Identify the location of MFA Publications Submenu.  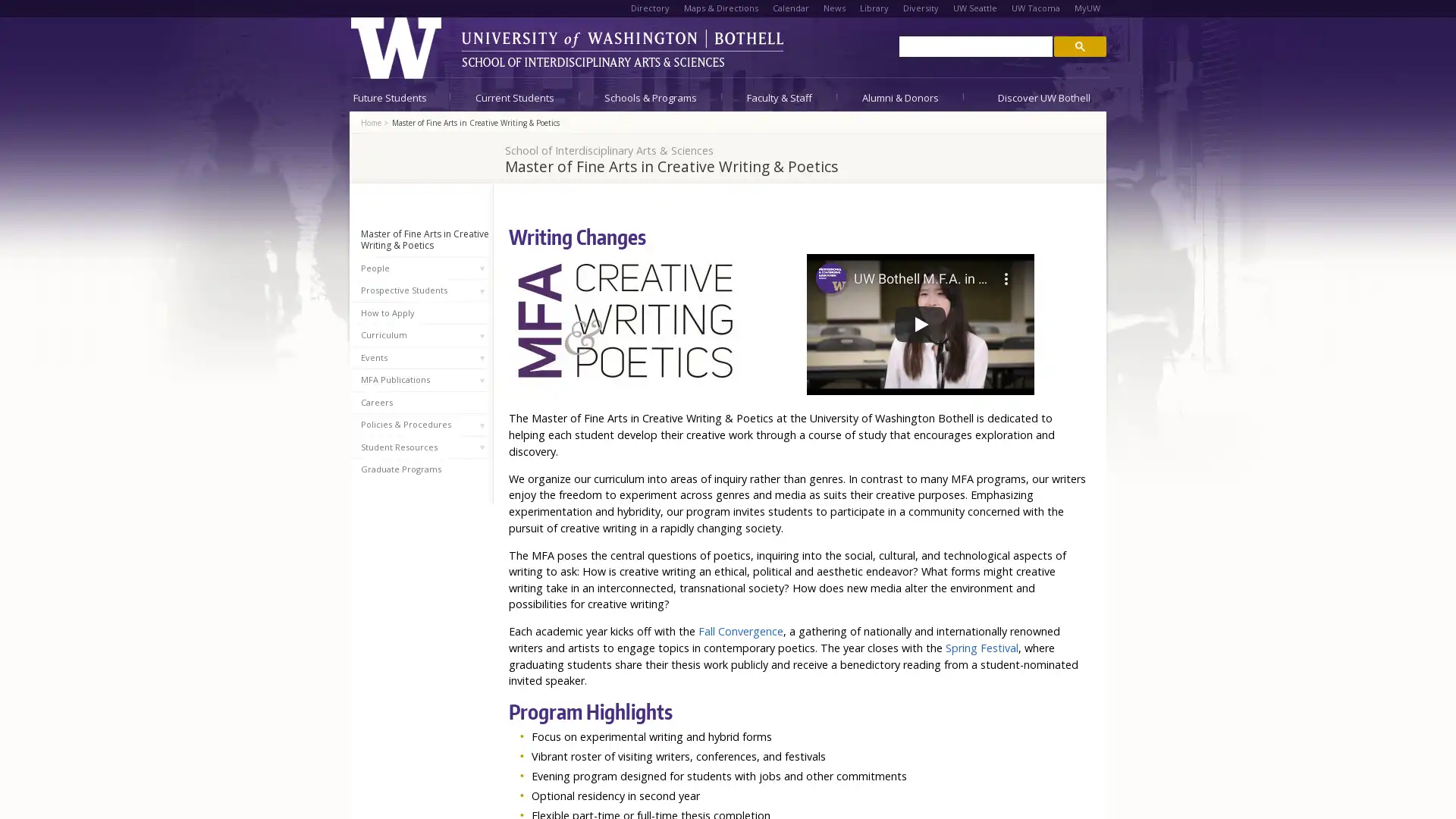
(482, 379).